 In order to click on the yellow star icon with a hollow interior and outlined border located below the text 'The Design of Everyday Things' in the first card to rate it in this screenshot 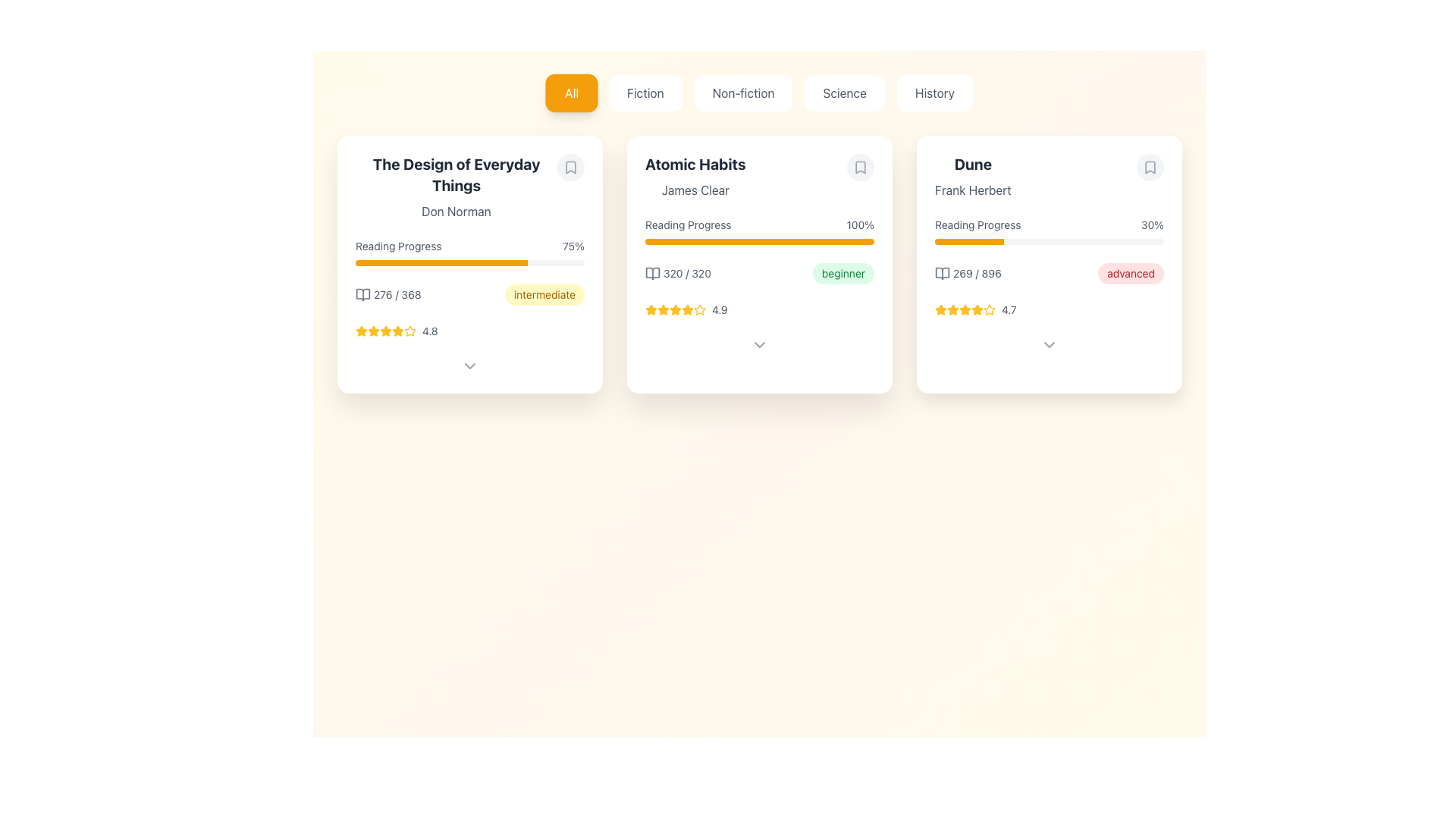, I will do `click(410, 330)`.